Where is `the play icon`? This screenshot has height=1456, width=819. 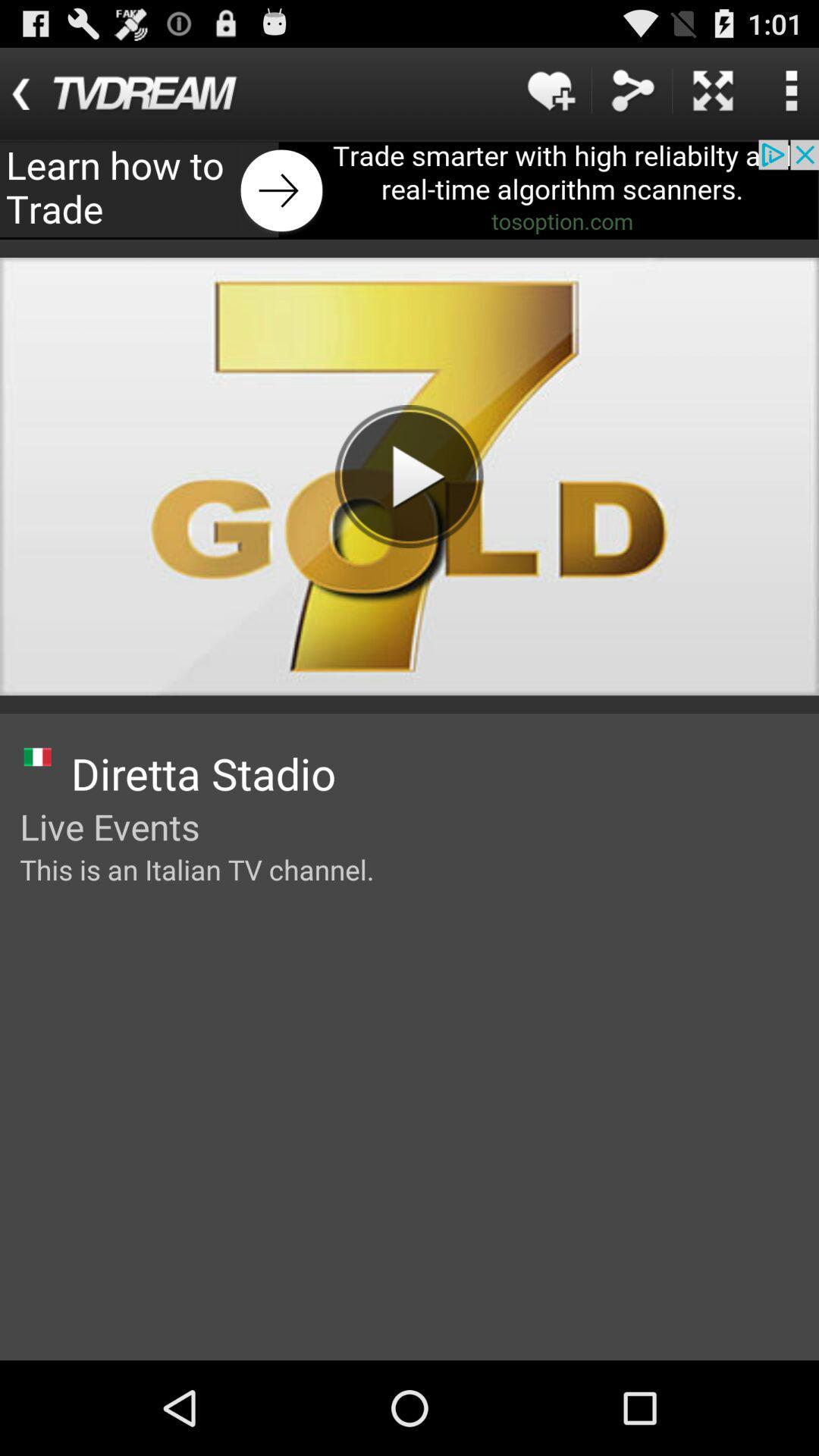 the play icon is located at coordinates (409, 475).